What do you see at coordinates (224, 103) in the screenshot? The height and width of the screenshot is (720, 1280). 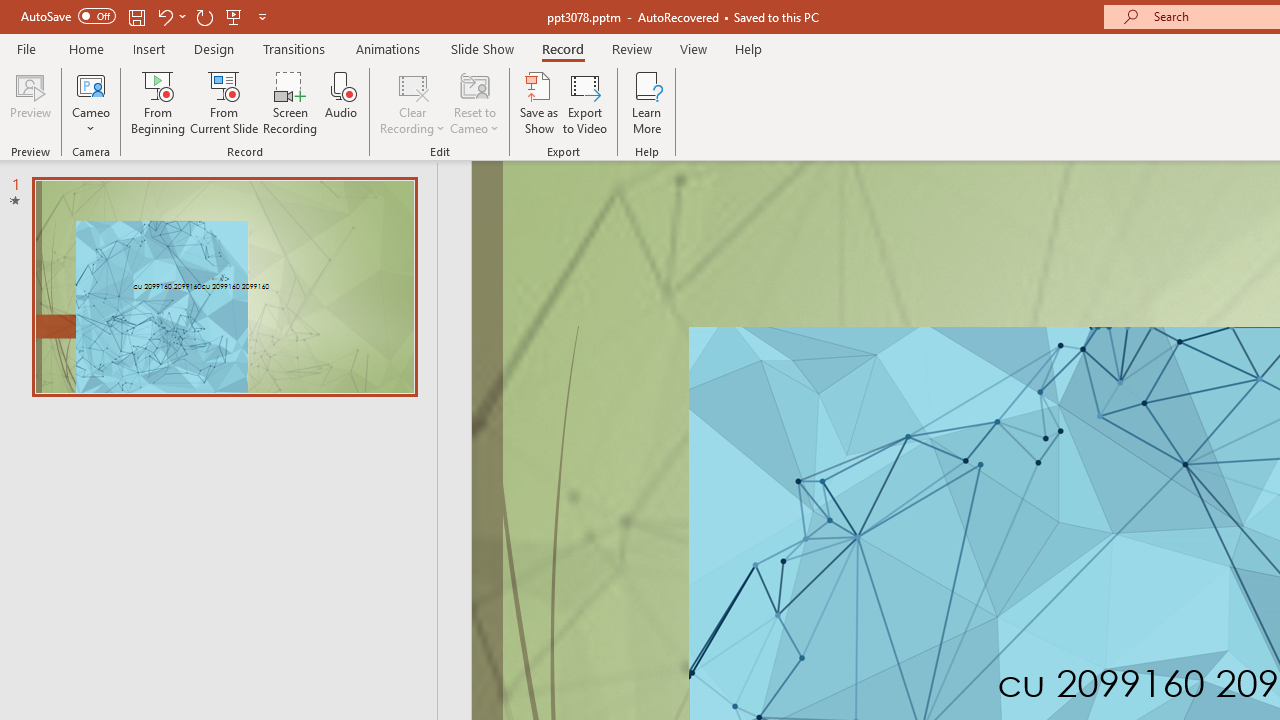 I see `'From Current Slide...'` at bounding box center [224, 103].